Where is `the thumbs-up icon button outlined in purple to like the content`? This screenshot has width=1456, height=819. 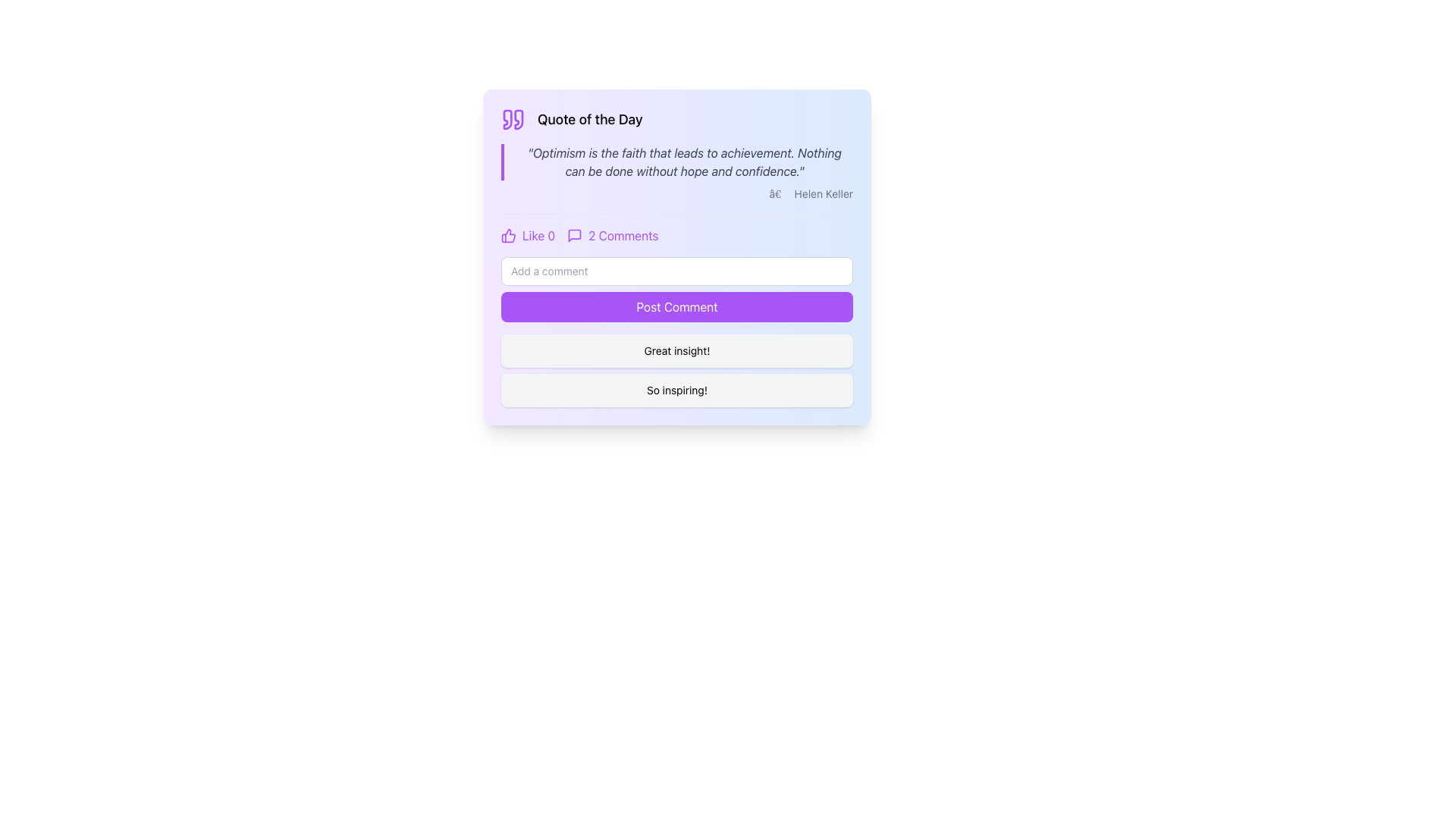 the thumbs-up icon button outlined in purple to like the content is located at coordinates (509, 236).